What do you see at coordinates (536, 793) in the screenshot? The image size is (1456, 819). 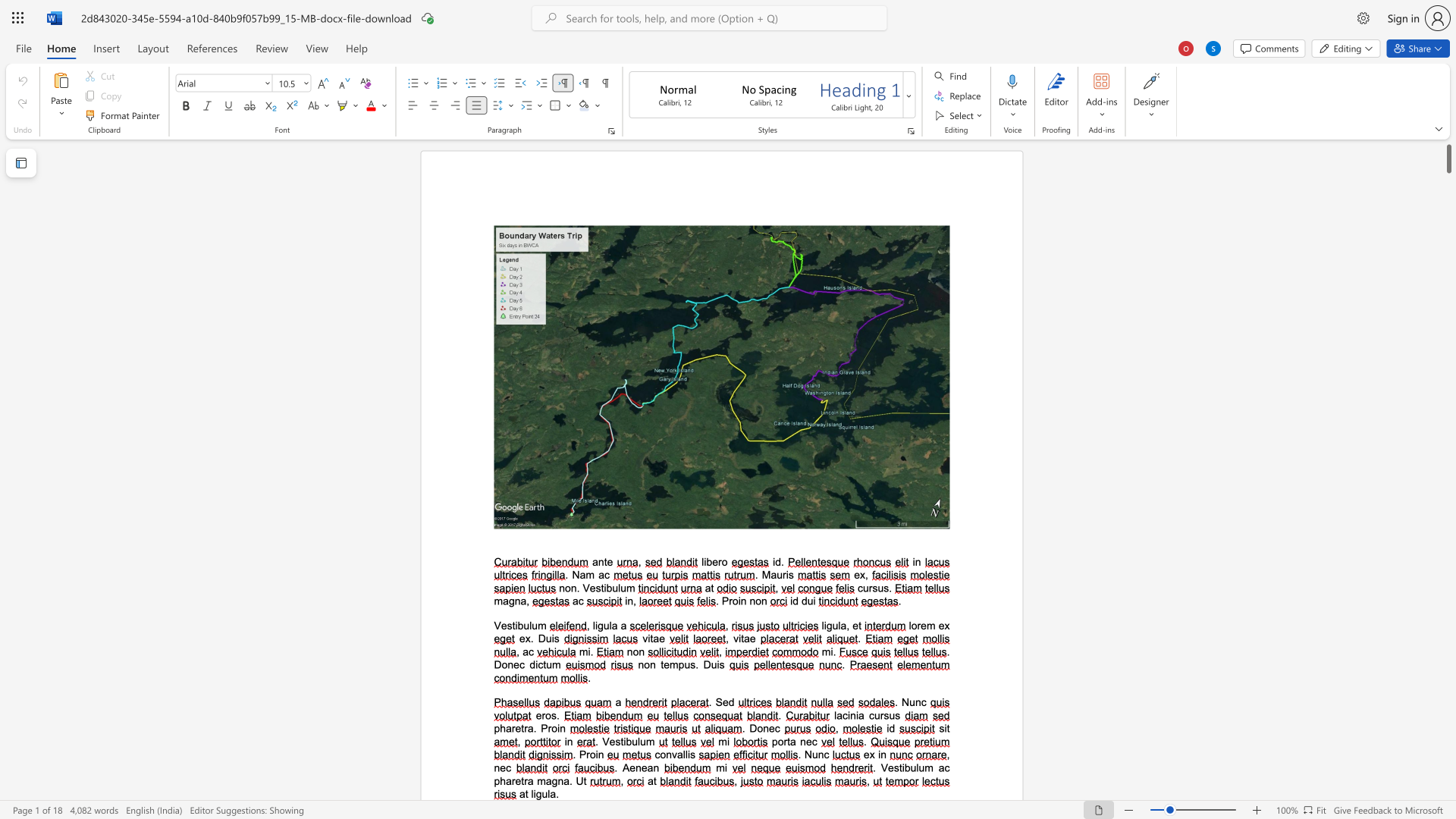 I see `the space between the continuous character "i" and "g" in the text` at bounding box center [536, 793].